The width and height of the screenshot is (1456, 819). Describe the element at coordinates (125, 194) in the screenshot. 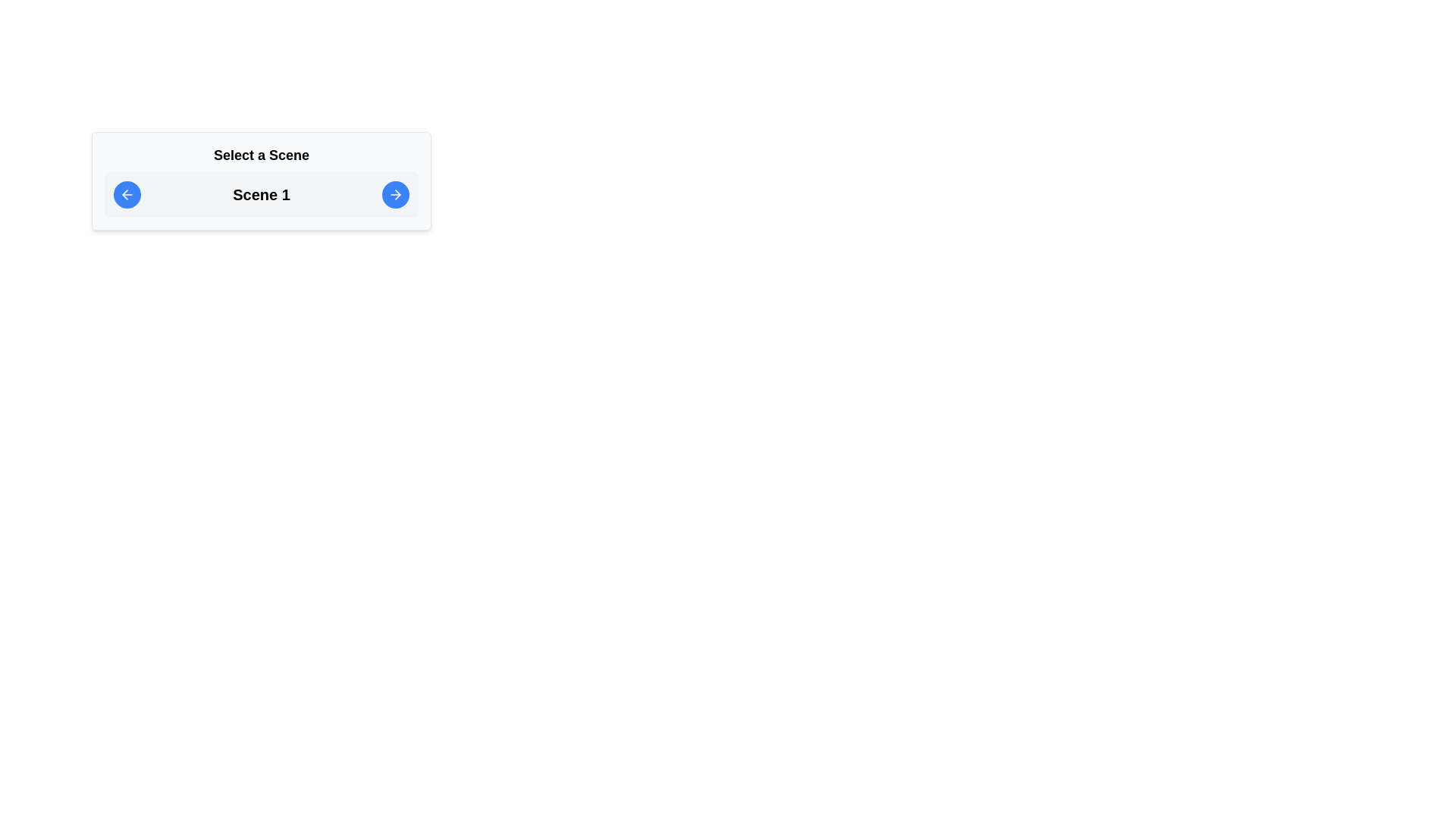

I see `the left-pointing arrow graphical icon located within the left-most circular button of a horizontal layout containing two circular buttons and a white rectangle labeled 'Scene 1'` at that location.